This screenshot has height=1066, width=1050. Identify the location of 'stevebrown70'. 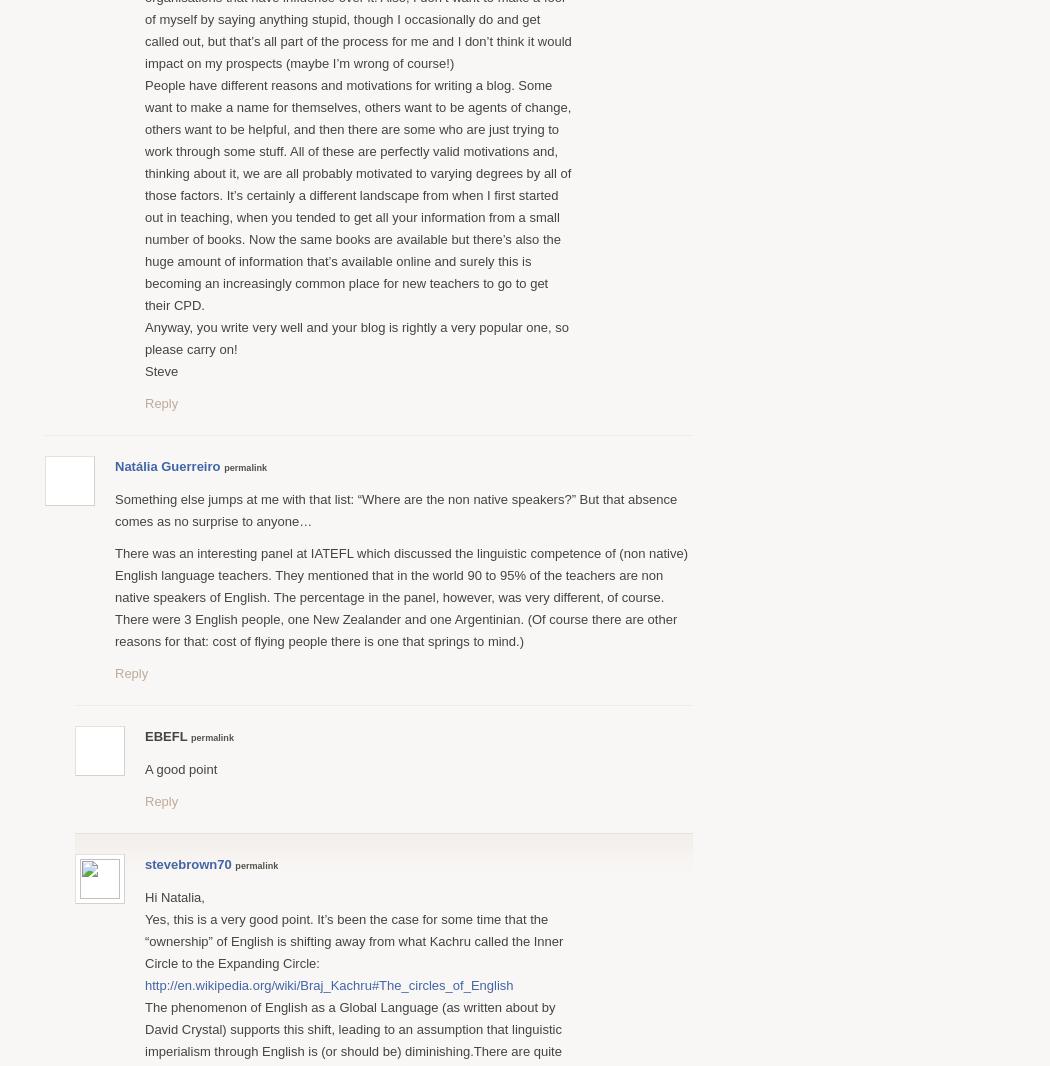
(187, 863).